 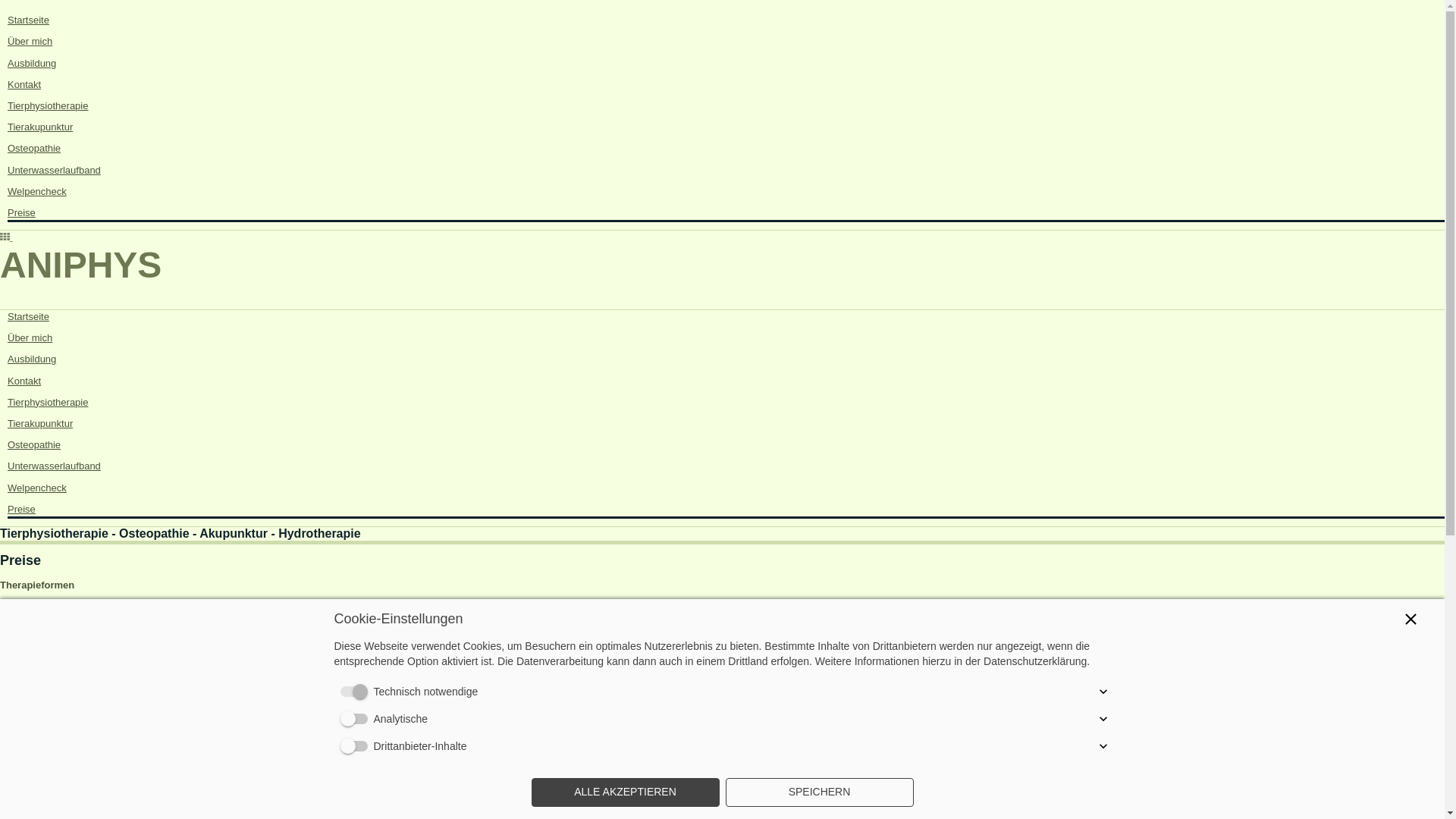 I want to click on 'Ausbildung', so click(x=7, y=62).